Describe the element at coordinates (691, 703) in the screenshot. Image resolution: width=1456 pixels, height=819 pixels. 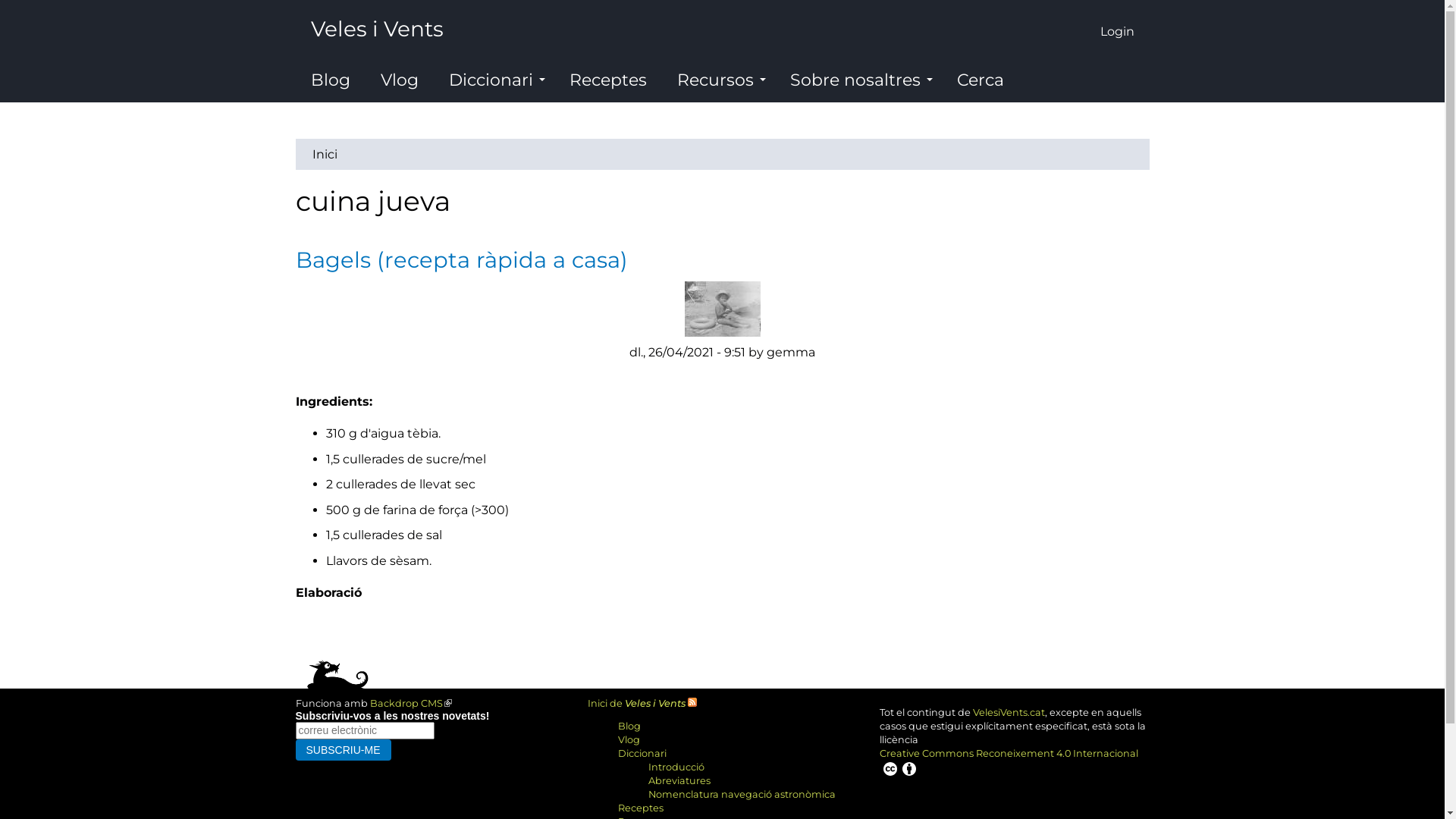
I see `'Syndicated feed for front page'` at that location.